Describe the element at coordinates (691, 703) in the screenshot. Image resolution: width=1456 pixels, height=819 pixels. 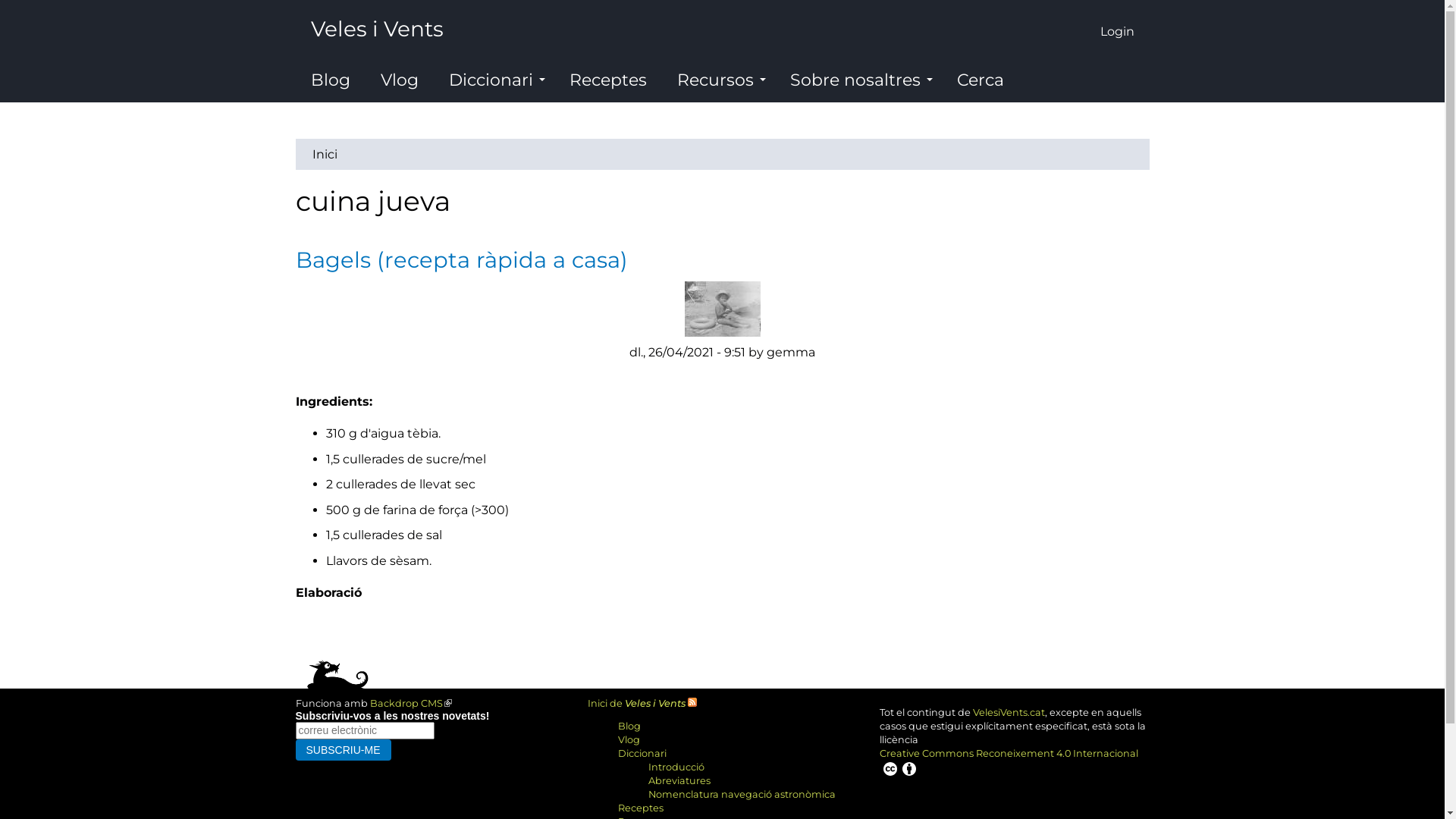
I see `'Syndicated feed for front page'` at that location.